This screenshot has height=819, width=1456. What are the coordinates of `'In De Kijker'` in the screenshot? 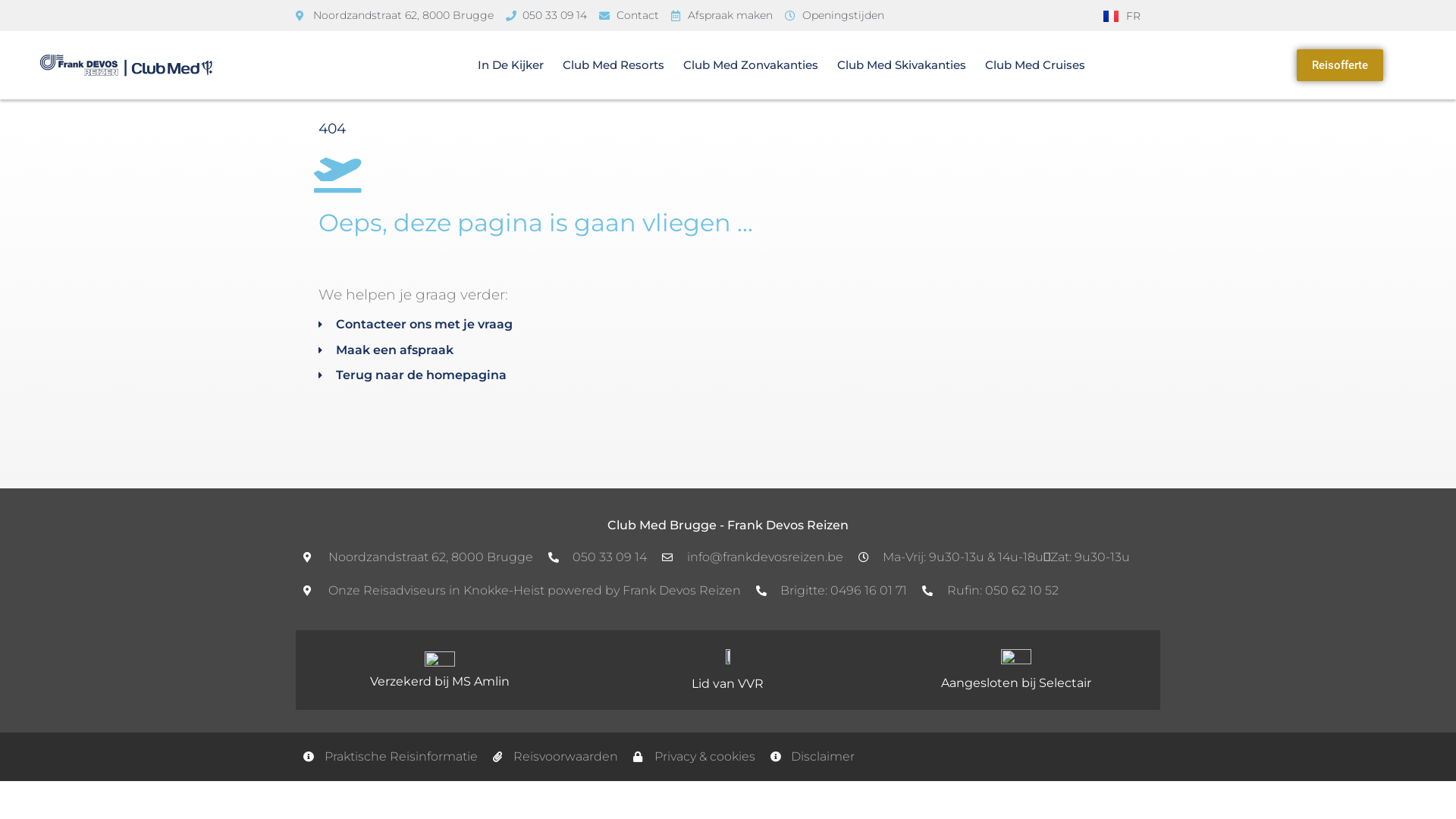 It's located at (510, 64).